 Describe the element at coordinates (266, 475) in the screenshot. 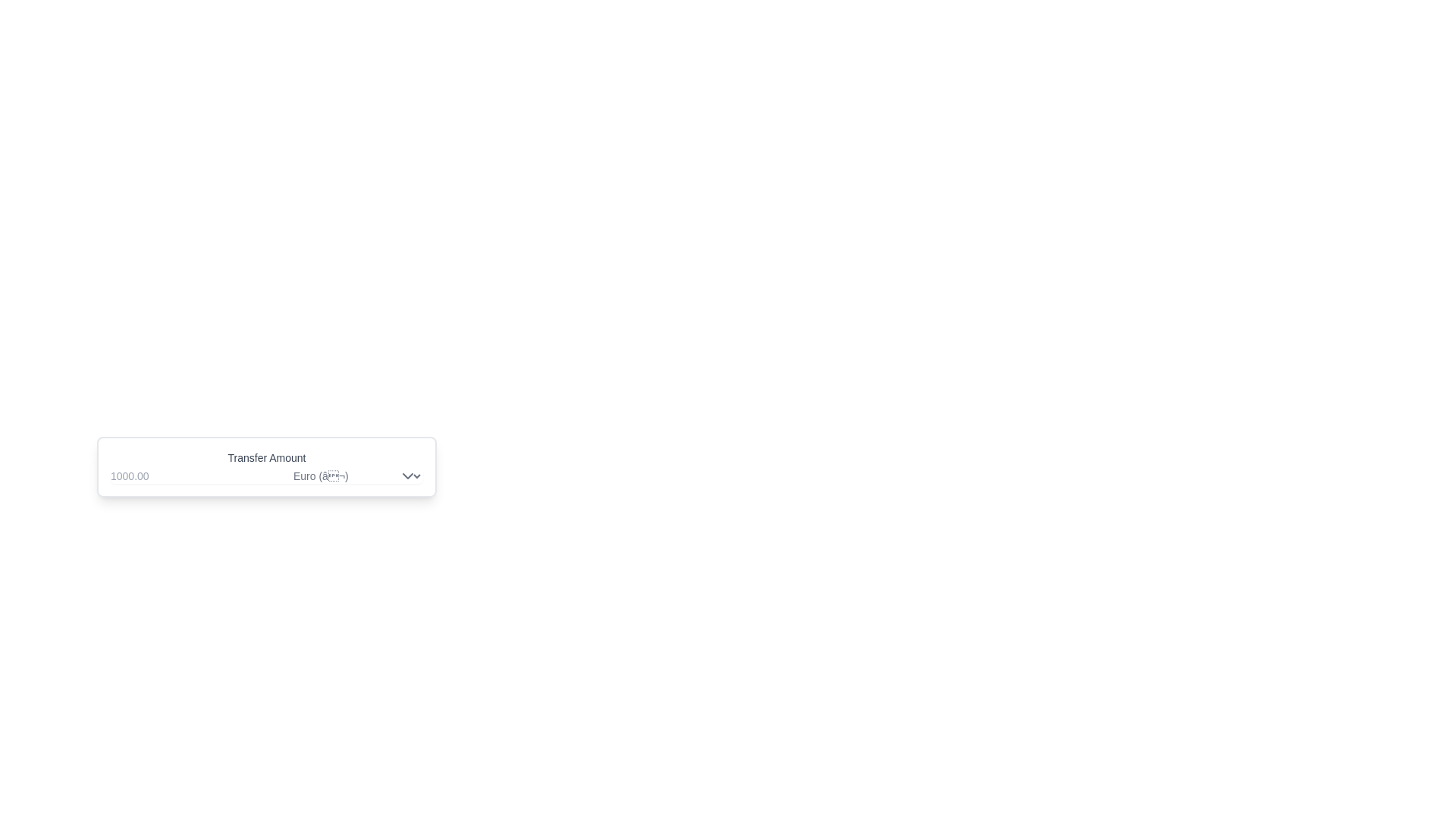

I see `the input field of the monetary amount and currency selection dropdown by tabbing to it` at that location.